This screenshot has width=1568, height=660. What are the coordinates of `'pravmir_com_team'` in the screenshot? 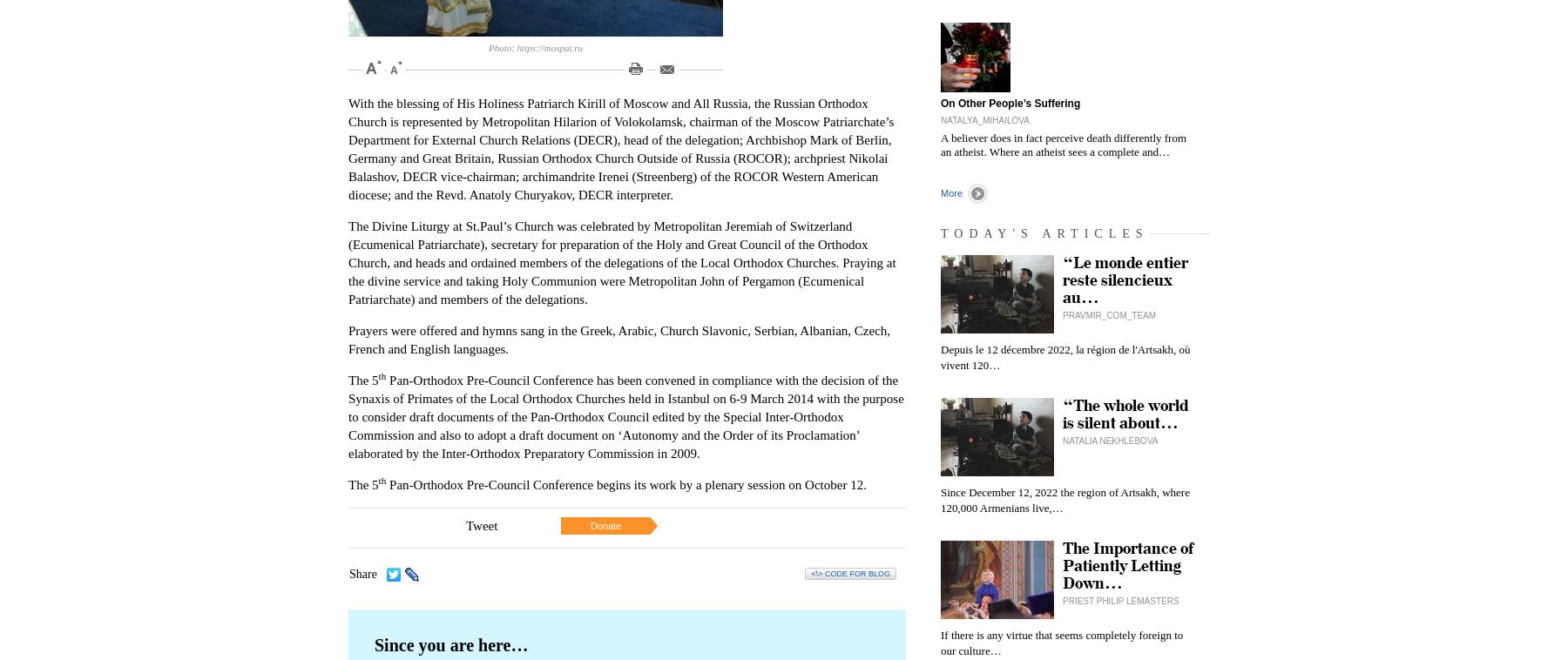 It's located at (1109, 315).